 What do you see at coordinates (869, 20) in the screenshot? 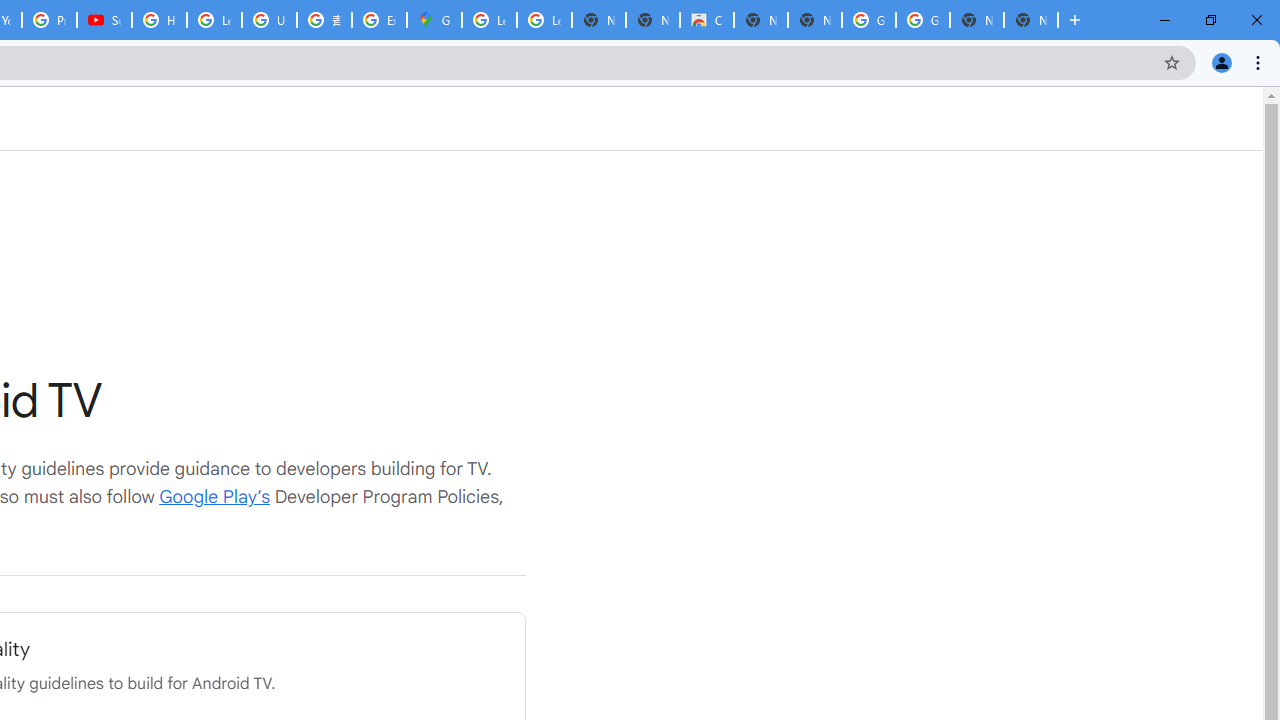
I see `'Google Images'` at bounding box center [869, 20].